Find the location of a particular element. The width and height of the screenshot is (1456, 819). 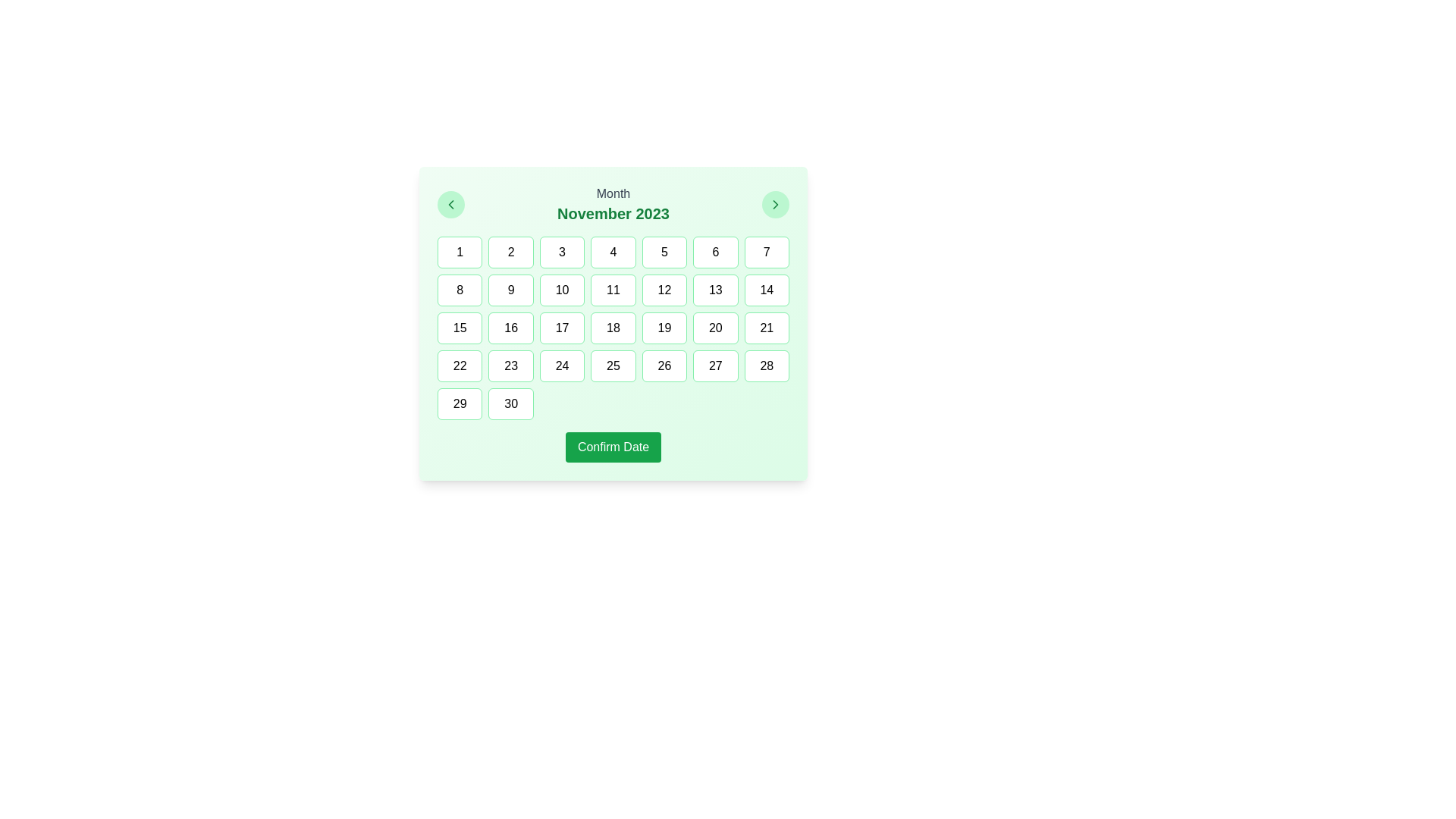

the rectangular button displaying the number '5' with a white background and green border is located at coordinates (664, 251).